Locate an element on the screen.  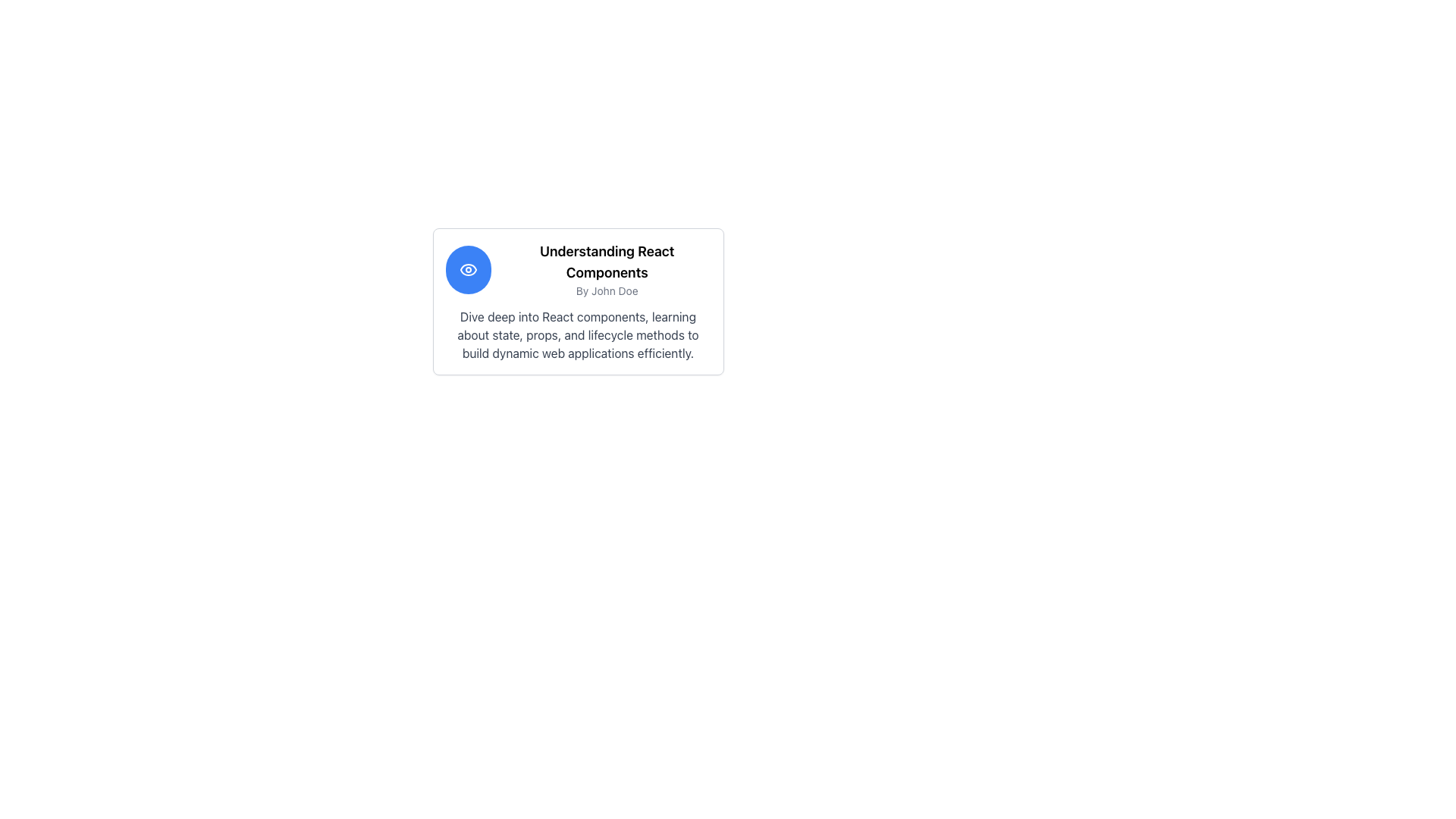
the eye icon element, which is styled as an SVG graphic, located within a blue circular button at the top-left corner of the card titled 'Understanding React Components.' is located at coordinates (467, 268).